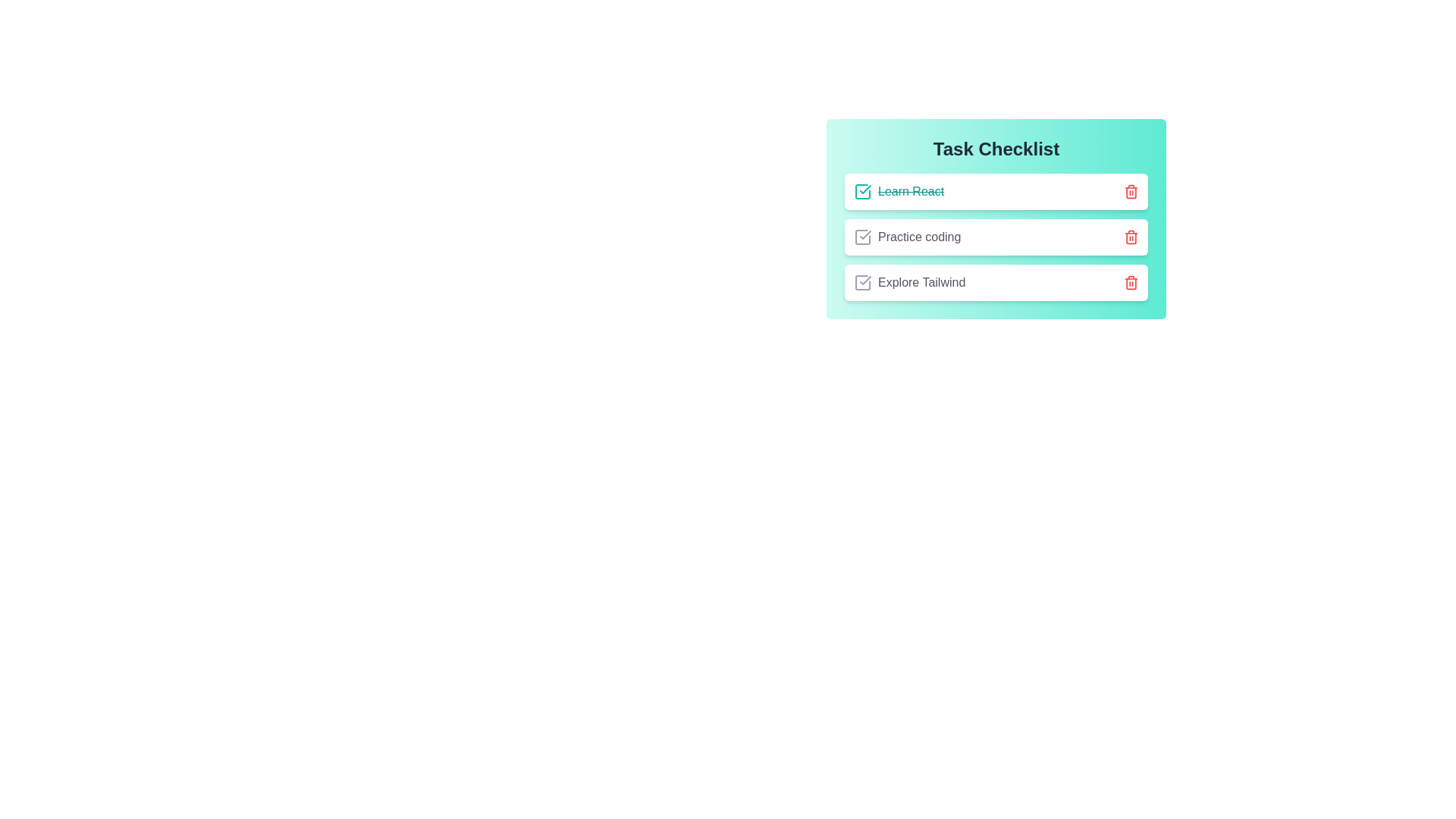 This screenshot has height=819, width=1456. Describe the element at coordinates (996, 149) in the screenshot. I see `the checklist header labeled 'Task Checklist'` at that location.